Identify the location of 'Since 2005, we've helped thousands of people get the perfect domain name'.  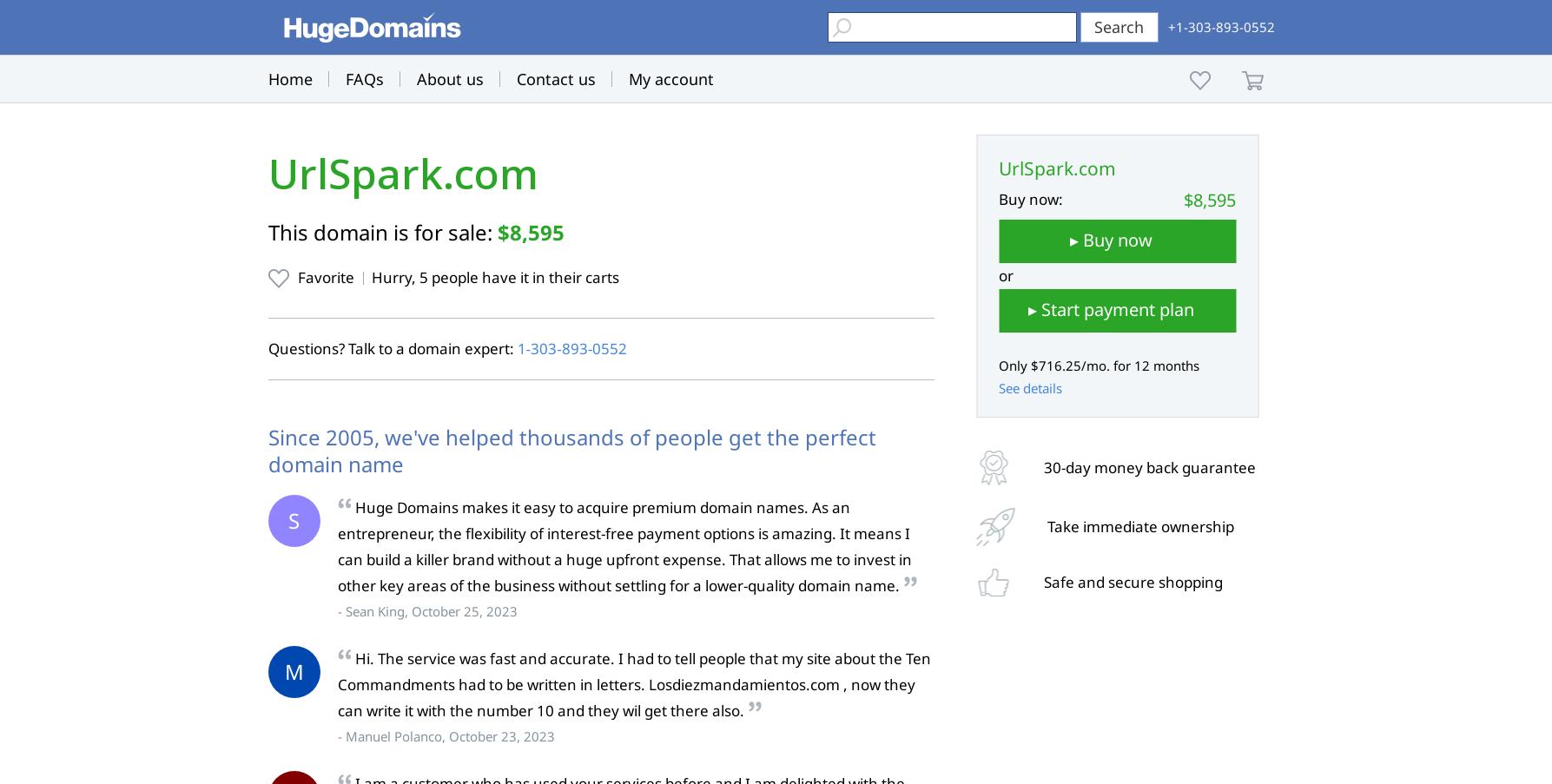
(570, 449).